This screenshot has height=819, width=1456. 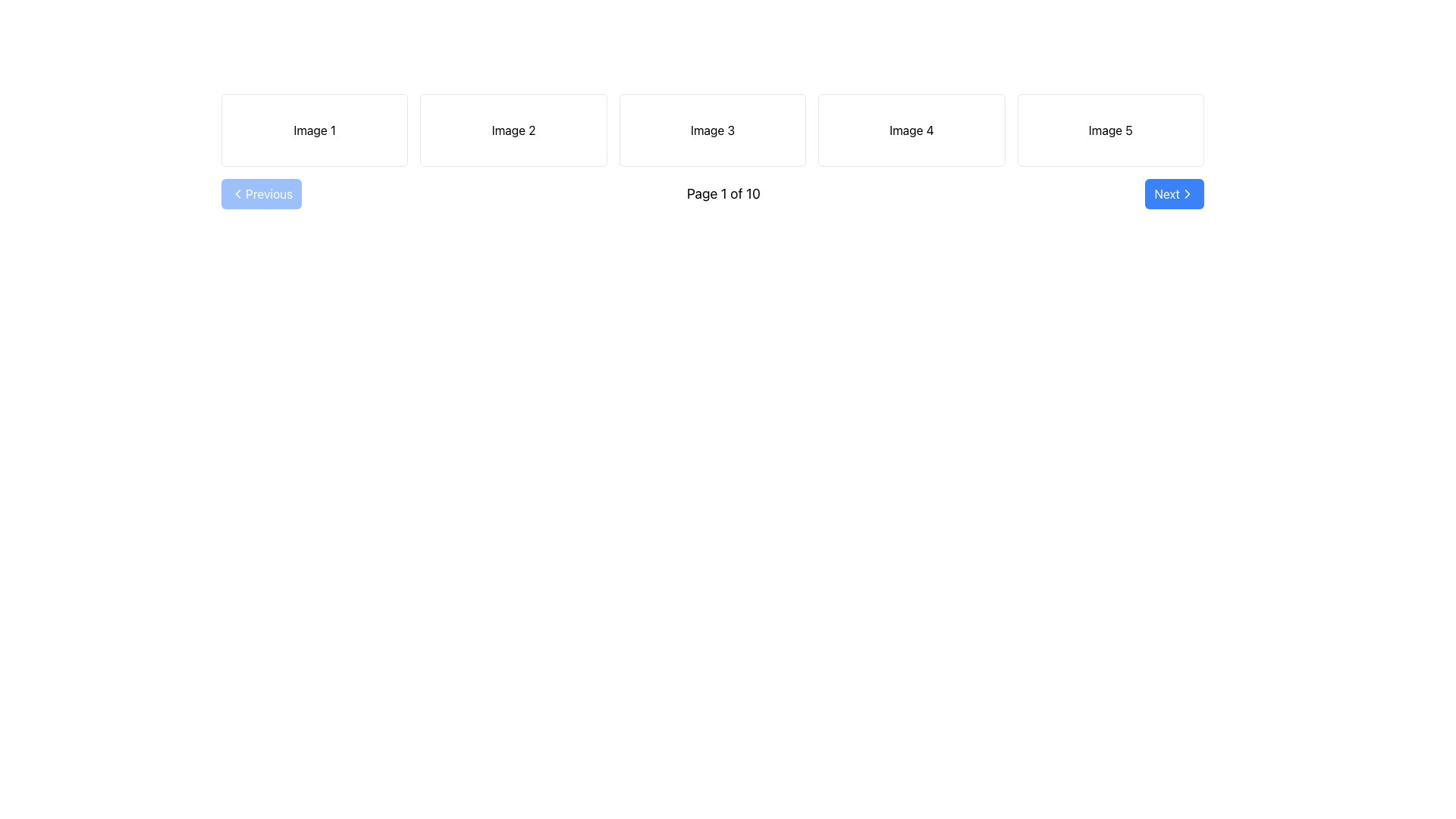 What do you see at coordinates (911, 130) in the screenshot?
I see `the static label or placeholder labeled 'Image 4', which is the fourth item in a horizontally-aligned list of five similar elements` at bounding box center [911, 130].